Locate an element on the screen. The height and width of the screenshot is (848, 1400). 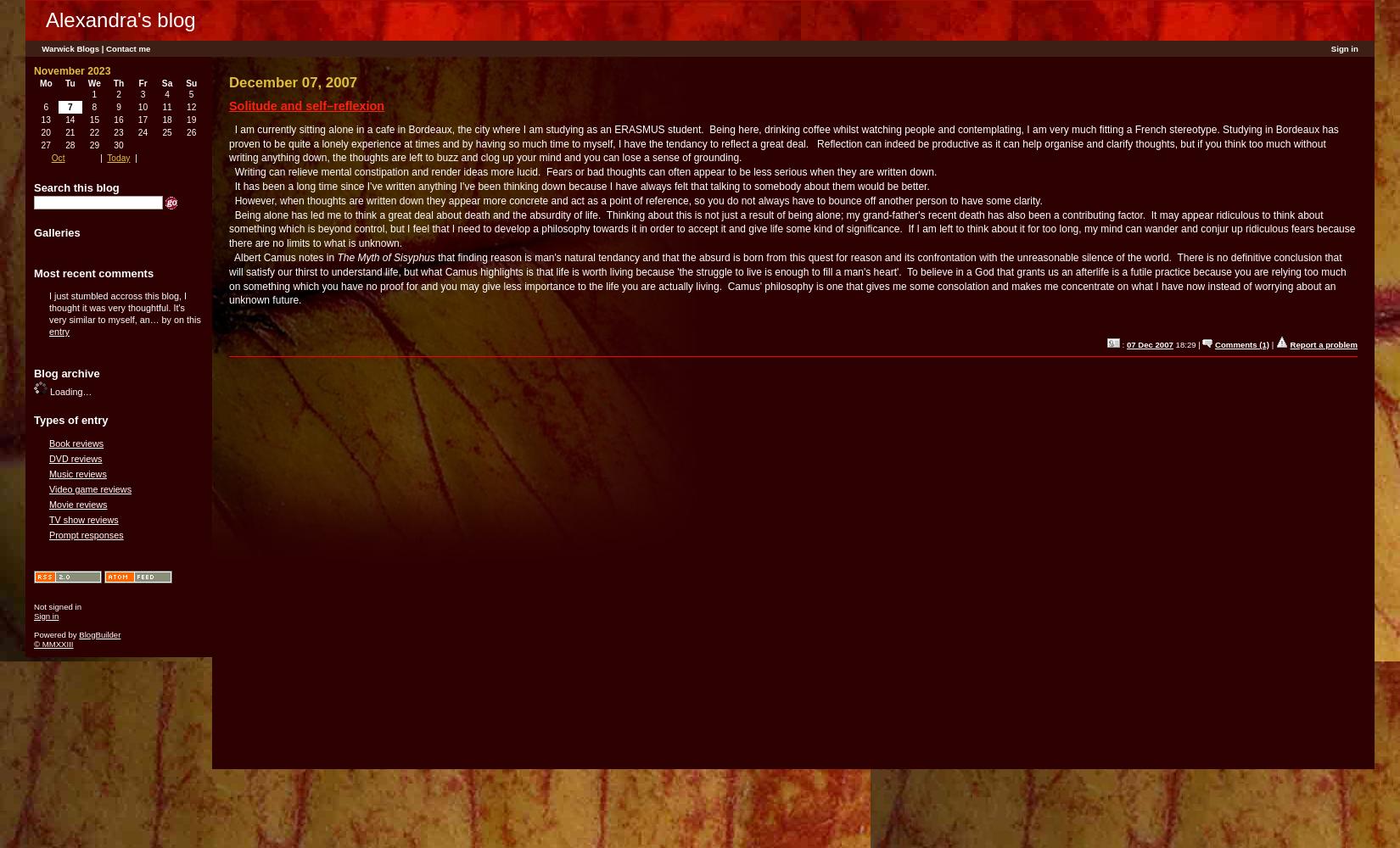
'Galleries' is located at coordinates (56, 232).